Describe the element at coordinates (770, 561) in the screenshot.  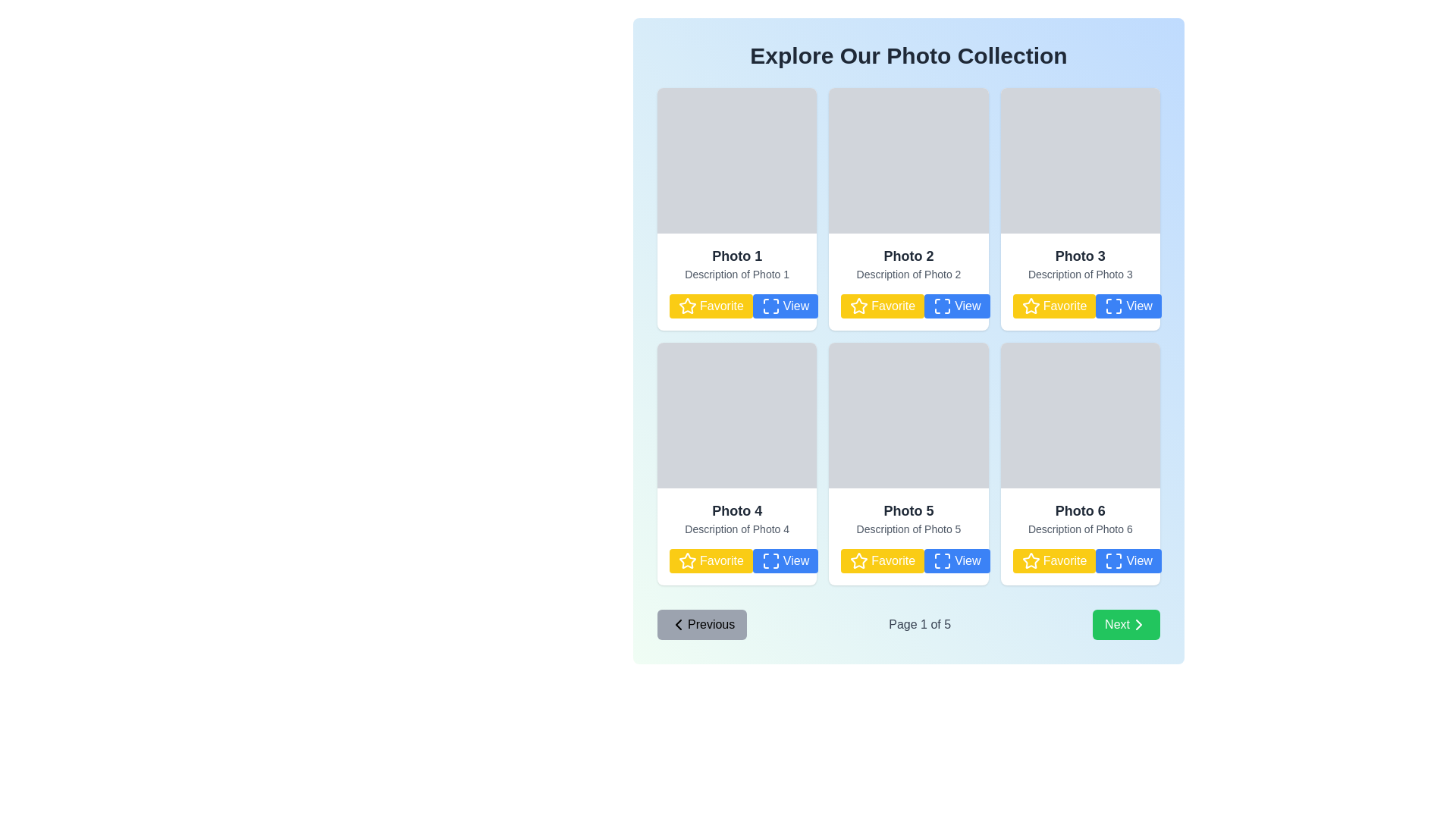
I see `the expansion icon located to the left of the 'View' label within the 'View' button below the 'Photo 4' card` at that location.